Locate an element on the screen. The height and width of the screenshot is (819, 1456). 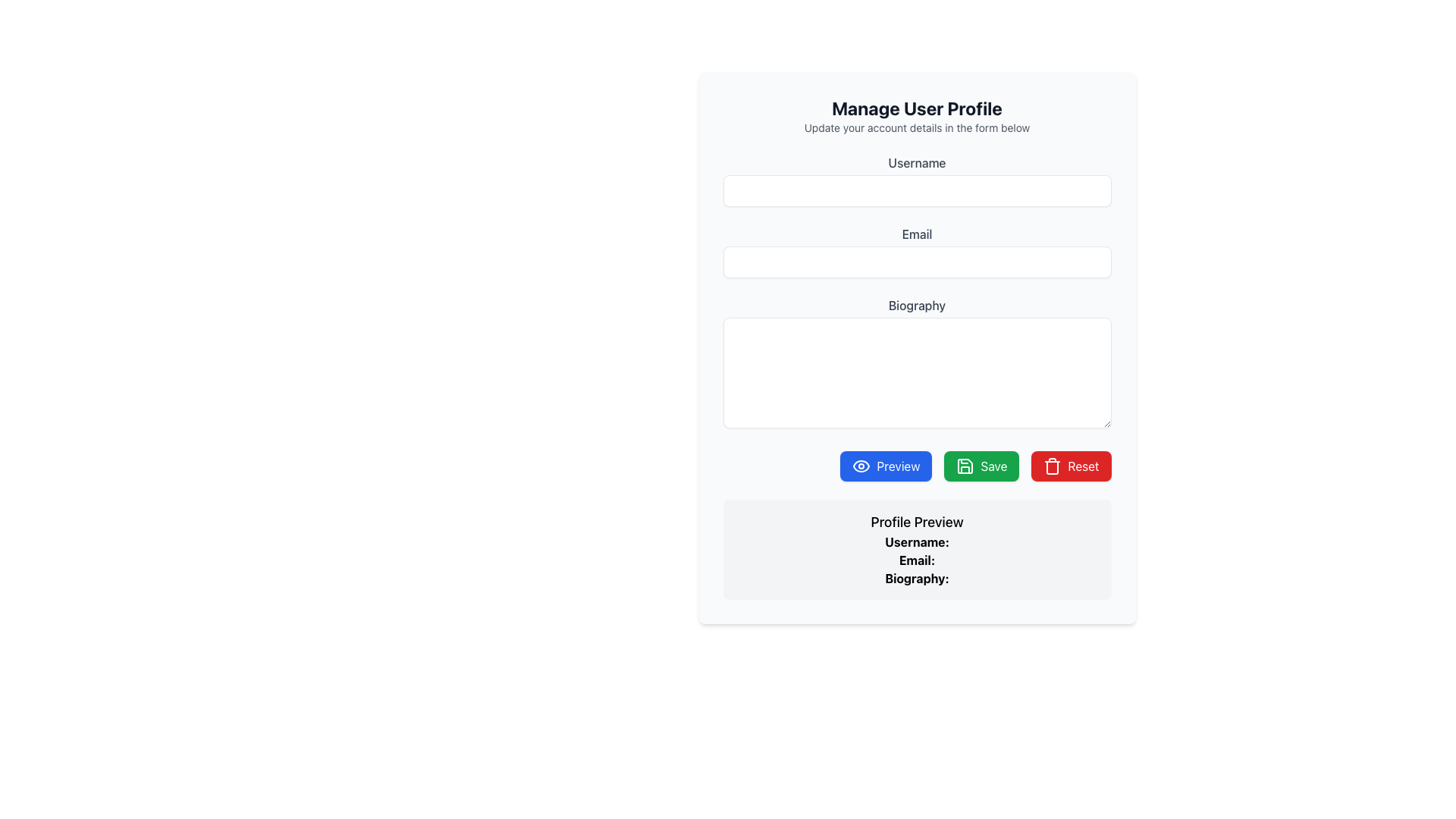
the 'Username:' label located in the 'Profile Preview' section, which is styled in bold black font and is the first label in the list is located at coordinates (916, 541).